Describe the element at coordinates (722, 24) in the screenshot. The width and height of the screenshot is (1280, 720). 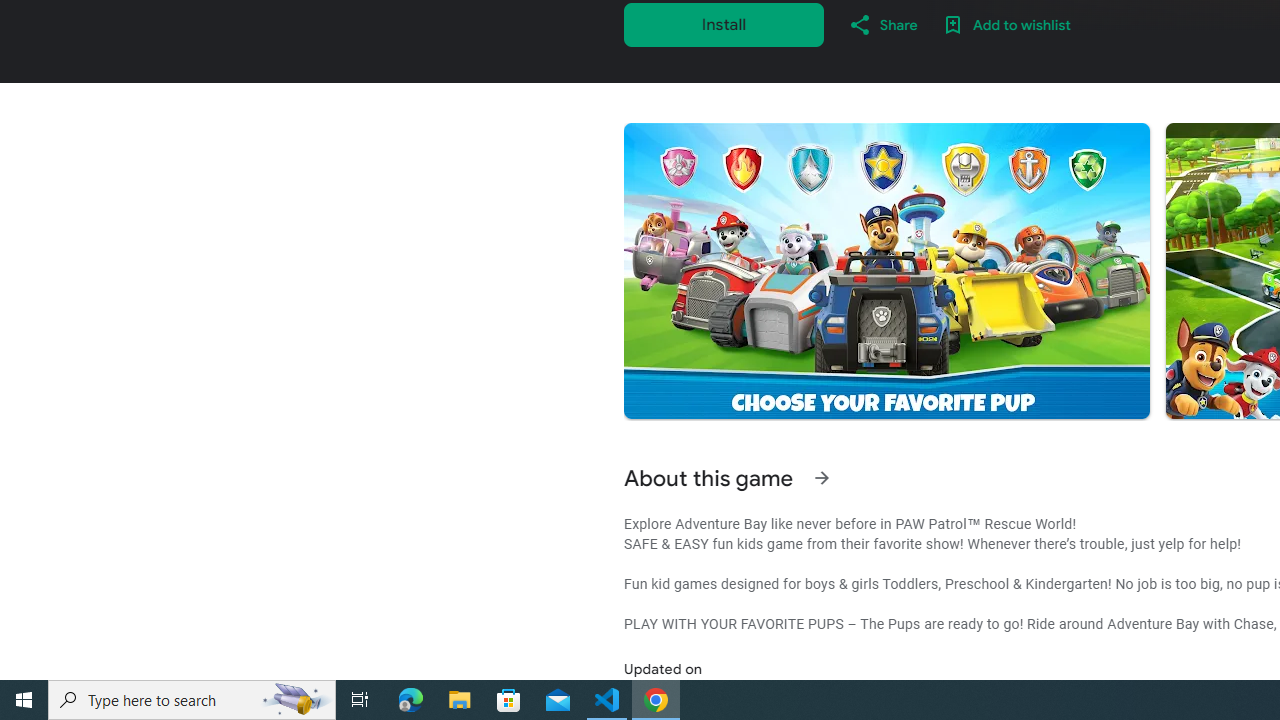
I see `'Install'` at that location.